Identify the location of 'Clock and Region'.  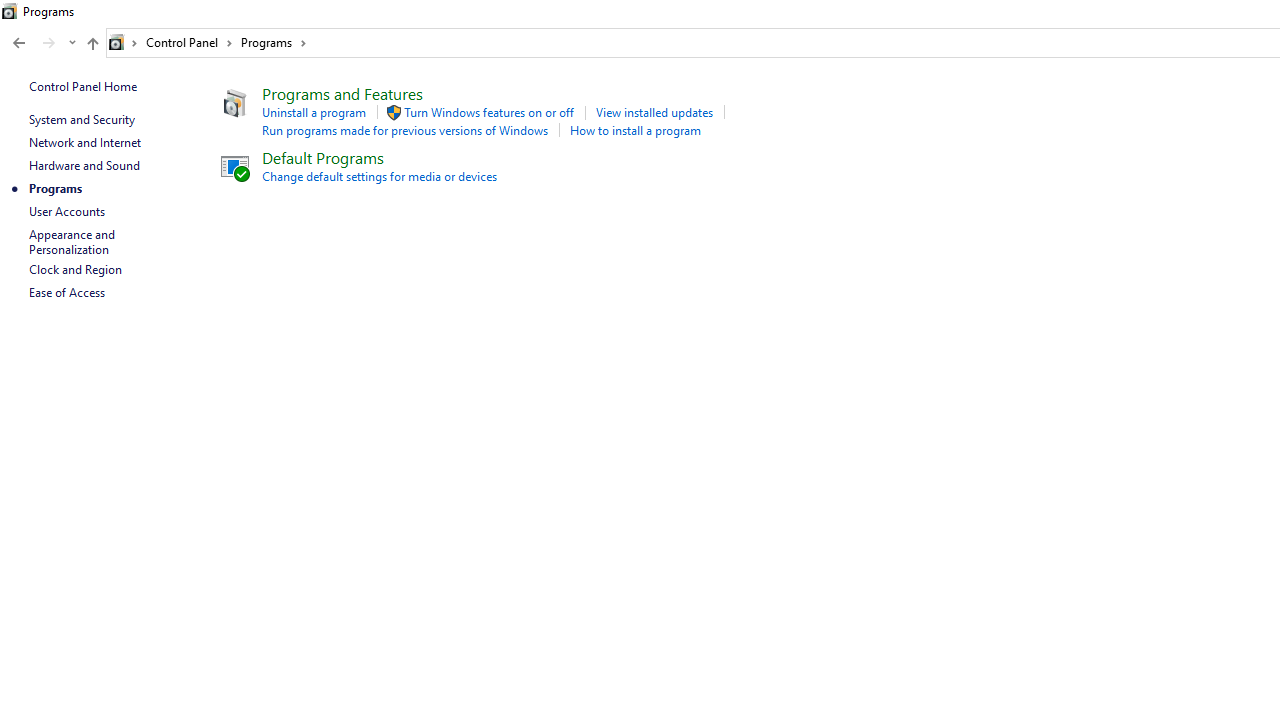
(75, 268).